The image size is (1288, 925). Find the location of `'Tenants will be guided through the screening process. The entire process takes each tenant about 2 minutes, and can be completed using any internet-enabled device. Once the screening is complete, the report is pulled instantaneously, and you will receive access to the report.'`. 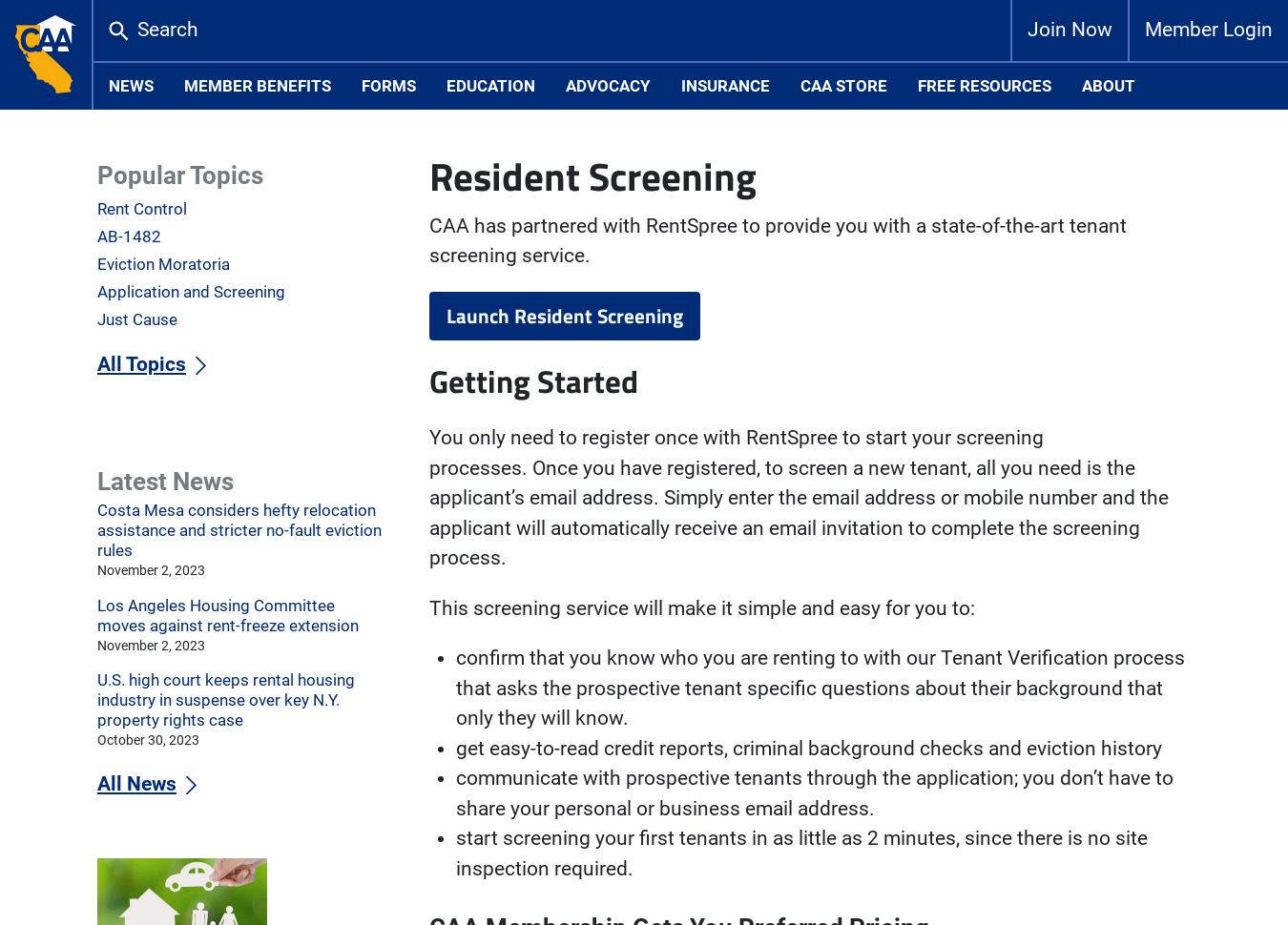

'Tenants will be guided through the screening process. The entire process takes each tenant about 2 minutes, and can be completed using any internet-enabled device. Once the screening is complete, the report is pulled instantaneously, and you will receive access to the report.' is located at coordinates (806, 419).